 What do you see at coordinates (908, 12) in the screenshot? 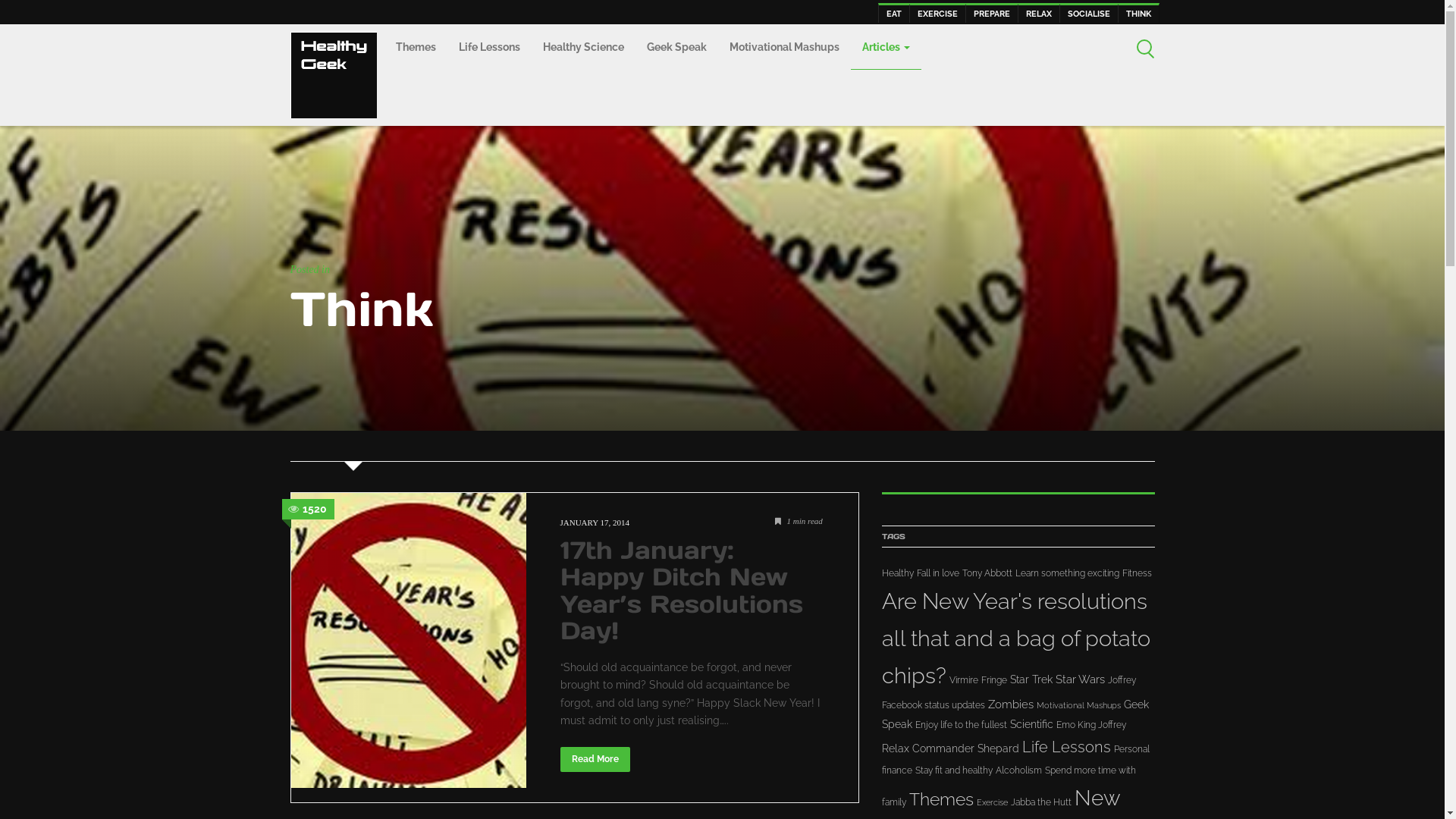
I see `'EXERCISE'` at bounding box center [908, 12].